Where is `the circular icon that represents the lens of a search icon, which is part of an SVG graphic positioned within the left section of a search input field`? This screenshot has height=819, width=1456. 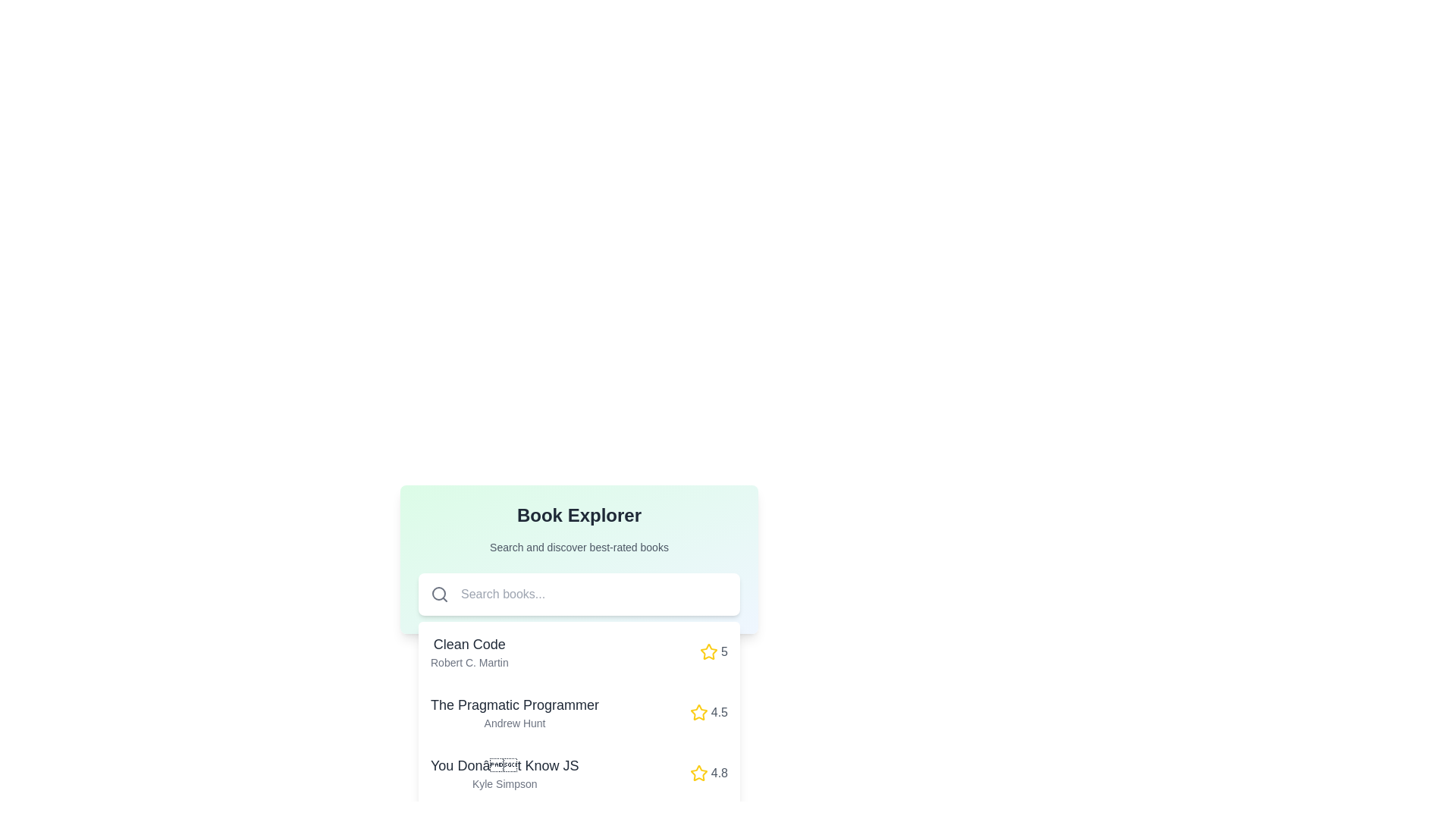
the circular icon that represents the lens of a search icon, which is part of an SVG graphic positioned within the left section of a search input field is located at coordinates (438, 593).